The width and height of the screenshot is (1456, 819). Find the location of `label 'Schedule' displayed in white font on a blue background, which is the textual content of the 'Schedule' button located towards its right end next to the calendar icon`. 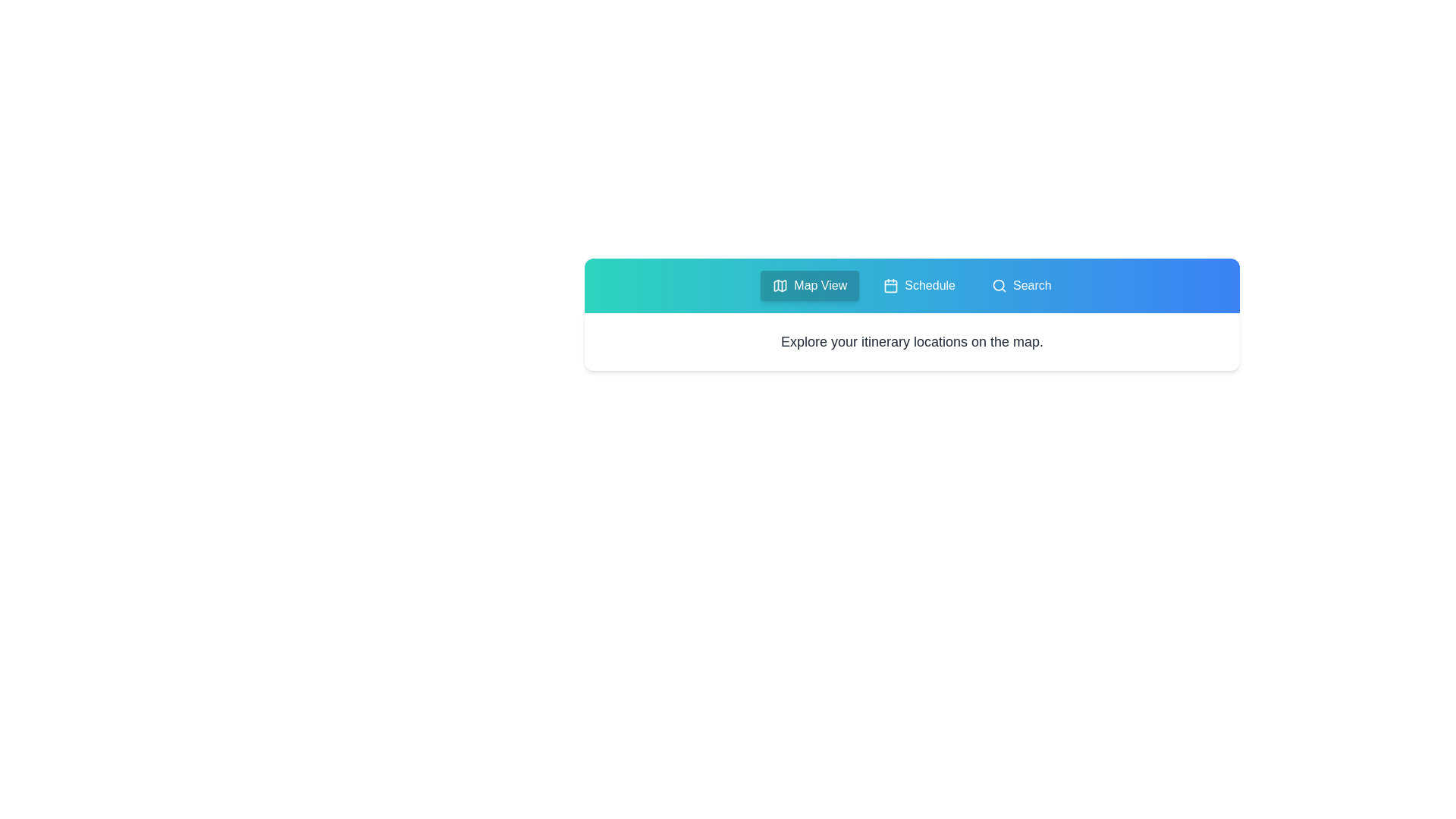

label 'Schedule' displayed in white font on a blue background, which is the textual content of the 'Schedule' button located towards its right end next to the calendar icon is located at coordinates (929, 286).